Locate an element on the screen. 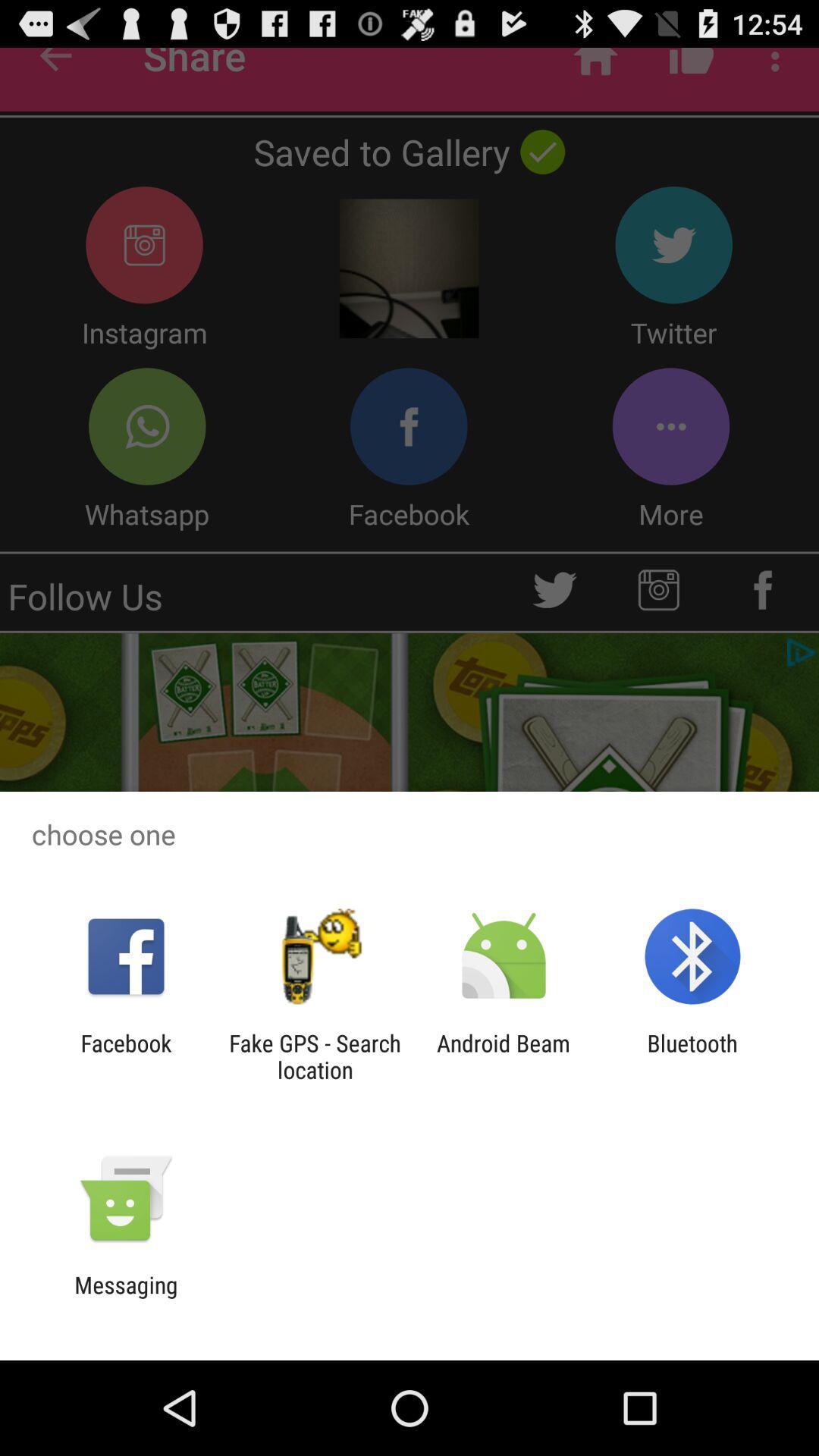 The width and height of the screenshot is (819, 1456). the item to the left of the android beam is located at coordinates (314, 1056).